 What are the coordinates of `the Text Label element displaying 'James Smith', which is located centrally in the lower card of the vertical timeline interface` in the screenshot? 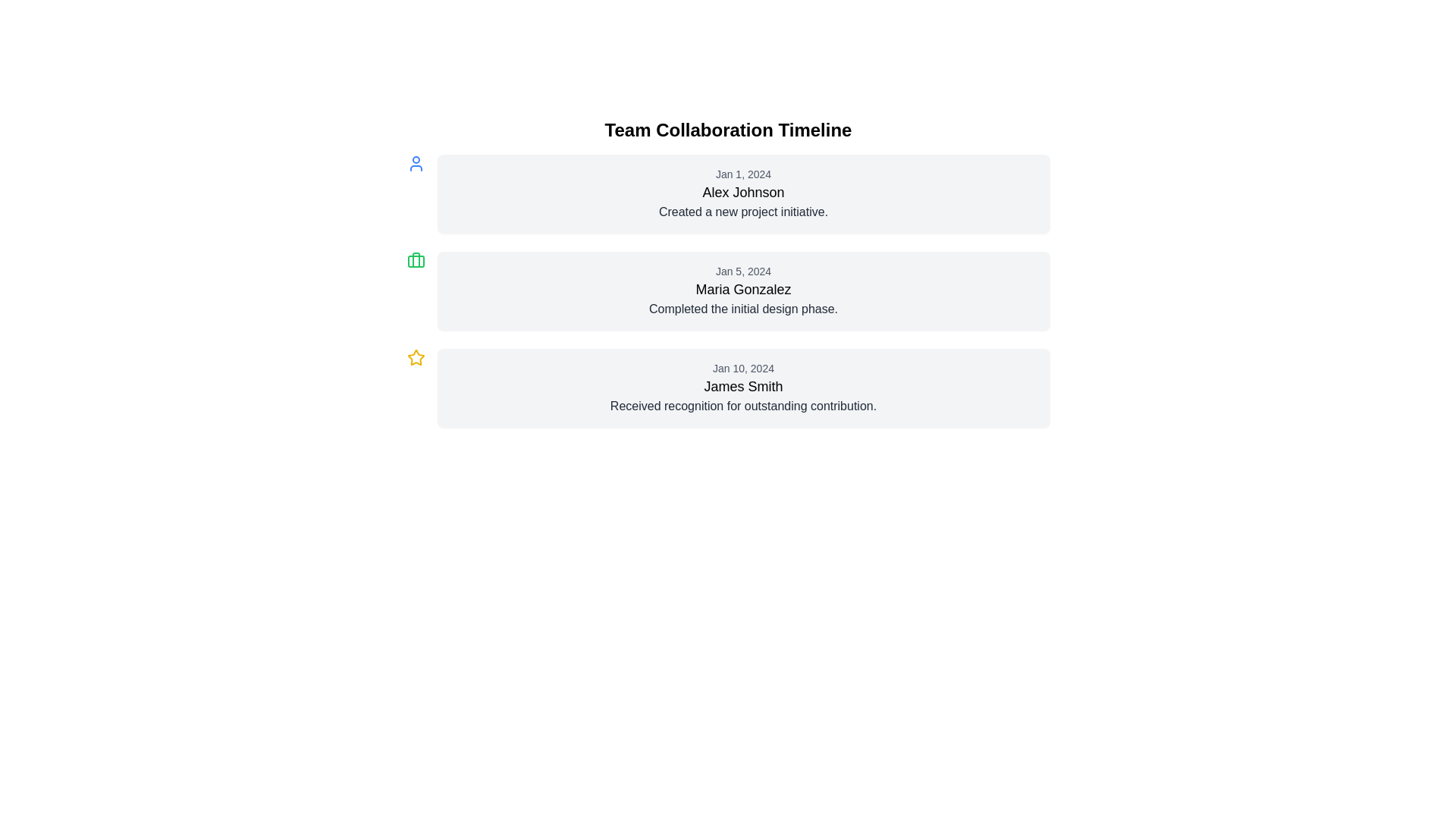 It's located at (743, 385).